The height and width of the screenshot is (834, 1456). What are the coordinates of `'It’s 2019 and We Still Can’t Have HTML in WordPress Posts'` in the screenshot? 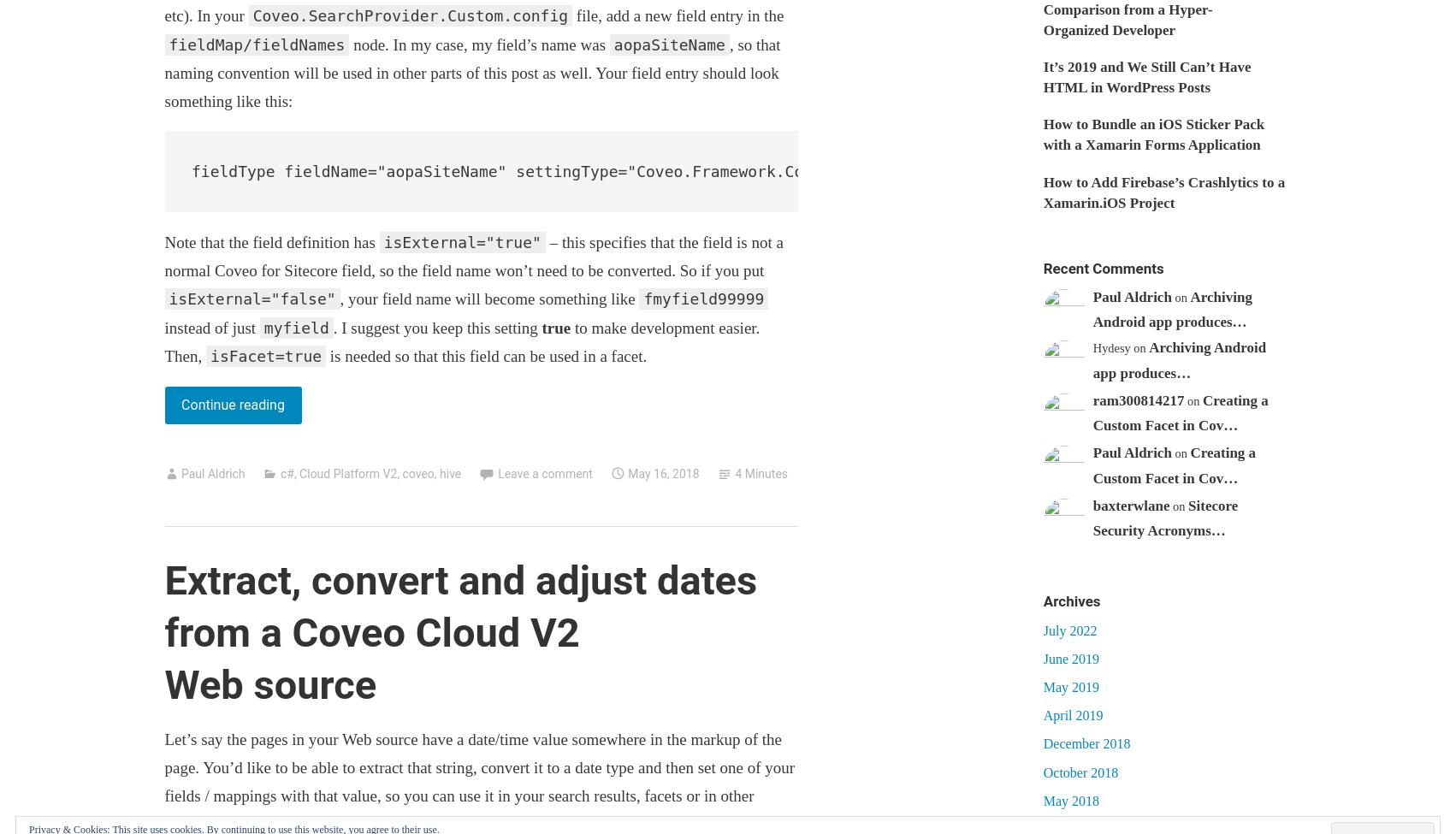 It's located at (1145, 77).